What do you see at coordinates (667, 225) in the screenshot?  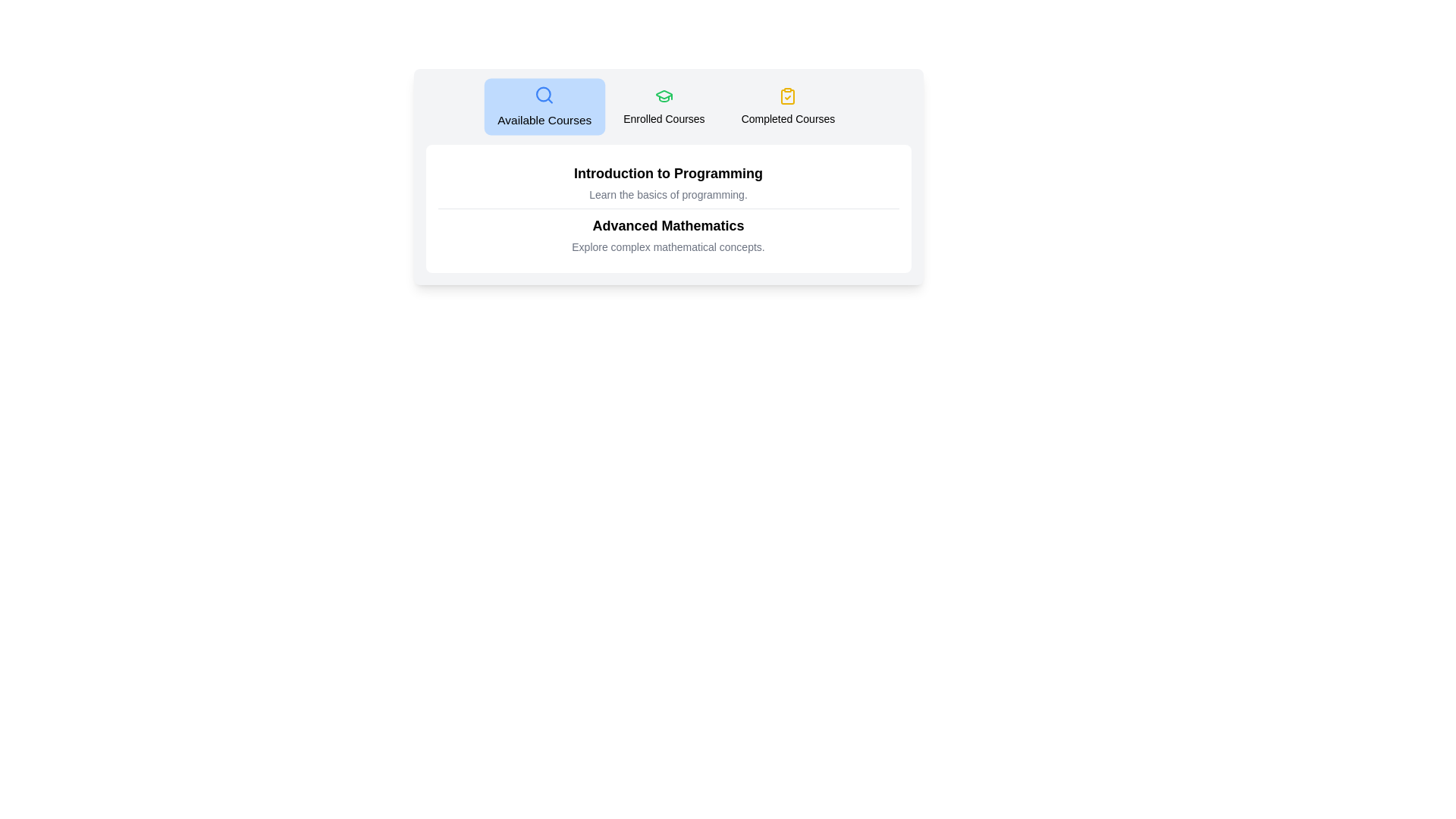 I see `the course titled Advanced Mathematics from the active tab` at bounding box center [667, 225].